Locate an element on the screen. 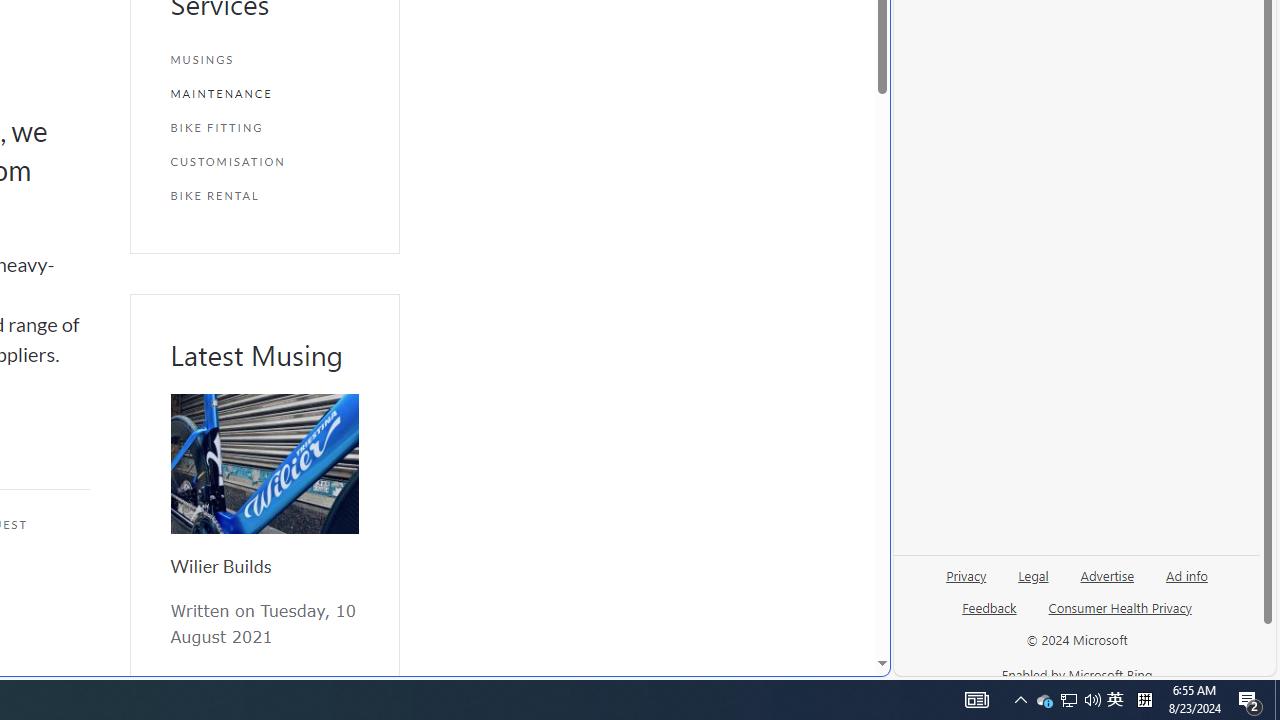  'CUSTOMISATION' is located at coordinates (263, 160).